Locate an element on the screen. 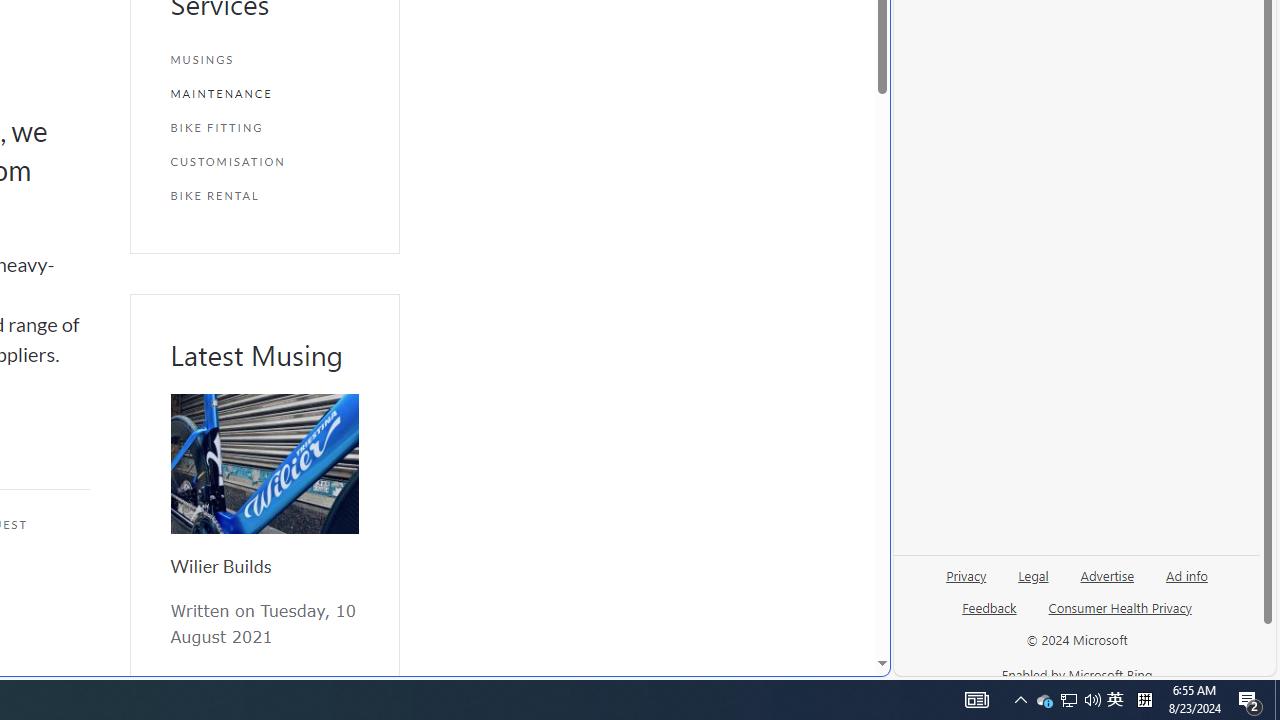  'CUSTOMISATION' is located at coordinates (263, 160).